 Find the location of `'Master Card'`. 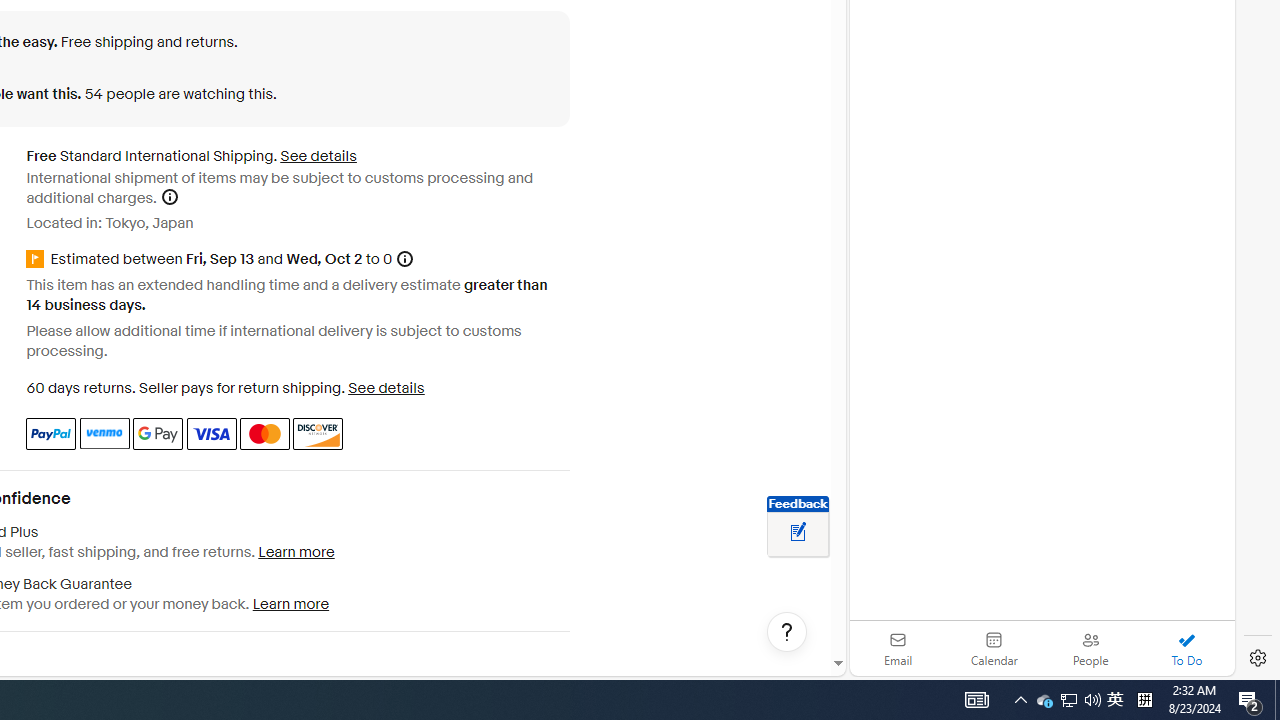

'Master Card' is located at coordinates (263, 432).